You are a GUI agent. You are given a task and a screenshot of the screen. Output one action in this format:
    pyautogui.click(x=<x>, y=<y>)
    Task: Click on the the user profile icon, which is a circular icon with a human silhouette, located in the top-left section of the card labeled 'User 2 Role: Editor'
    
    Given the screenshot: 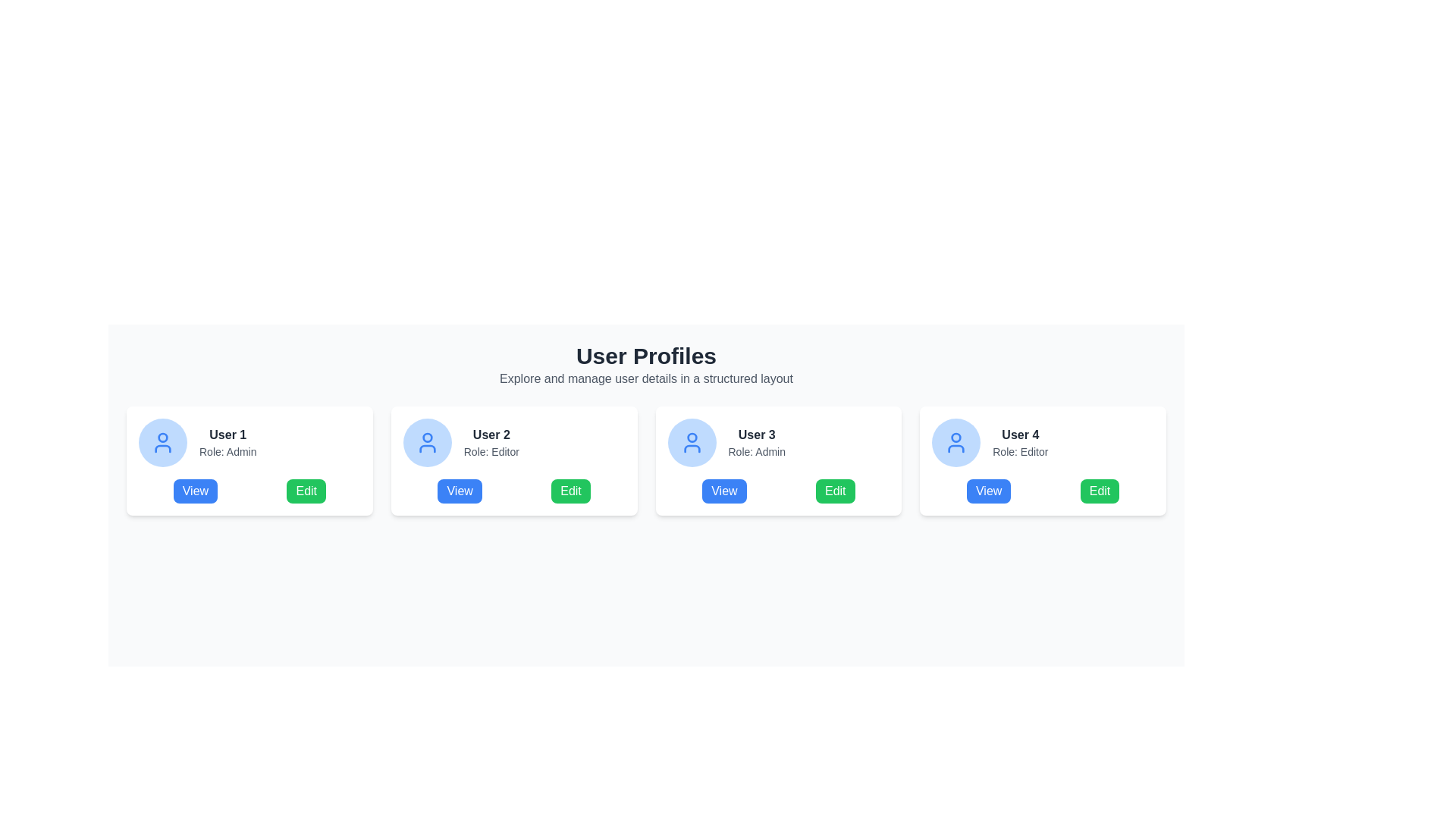 What is the action you would take?
    pyautogui.click(x=426, y=442)
    